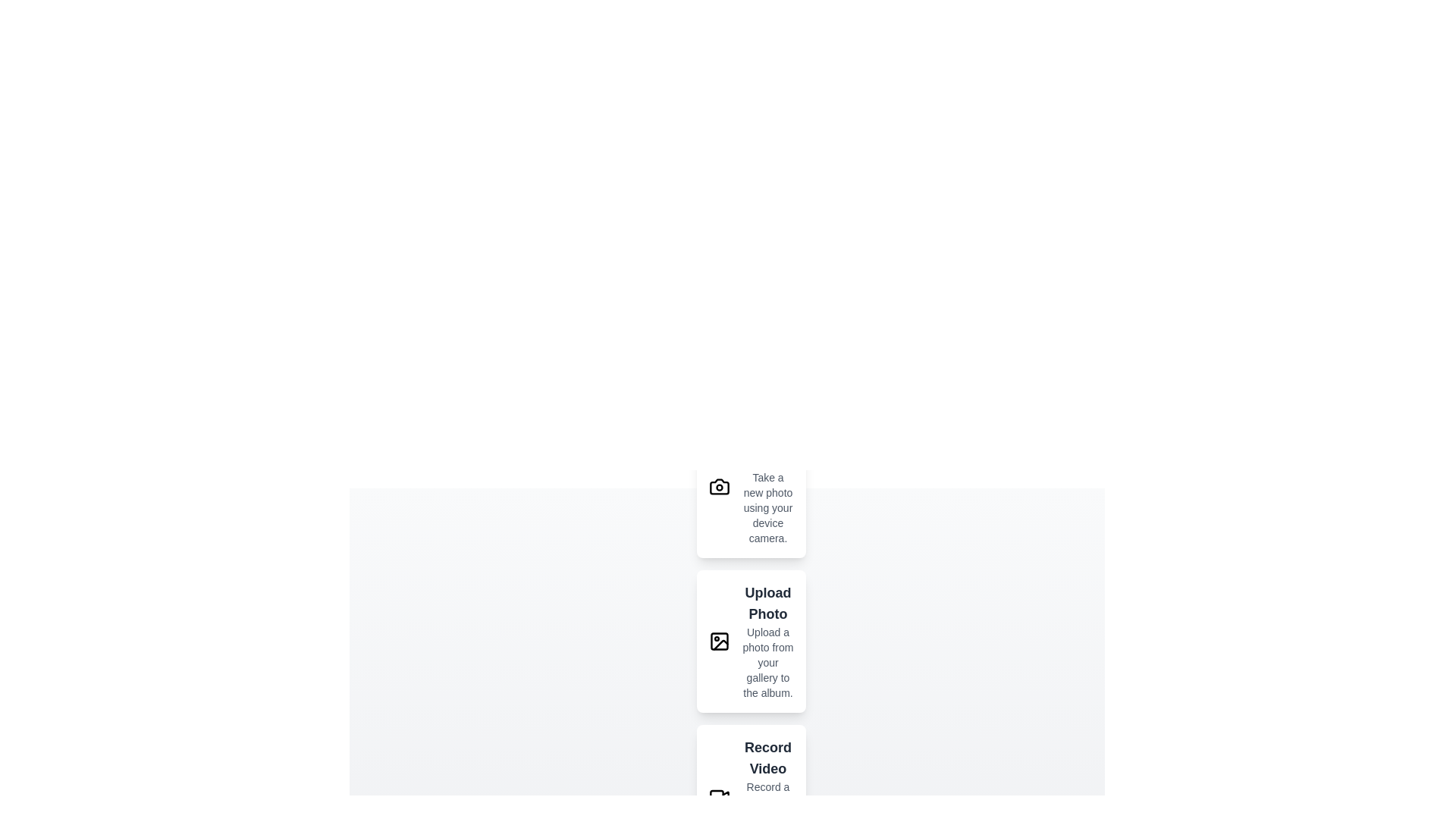 The image size is (1456, 819). Describe the element at coordinates (719, 795) in the screenshot. I see `the option Record Video to perform the corresponding action` at that location.